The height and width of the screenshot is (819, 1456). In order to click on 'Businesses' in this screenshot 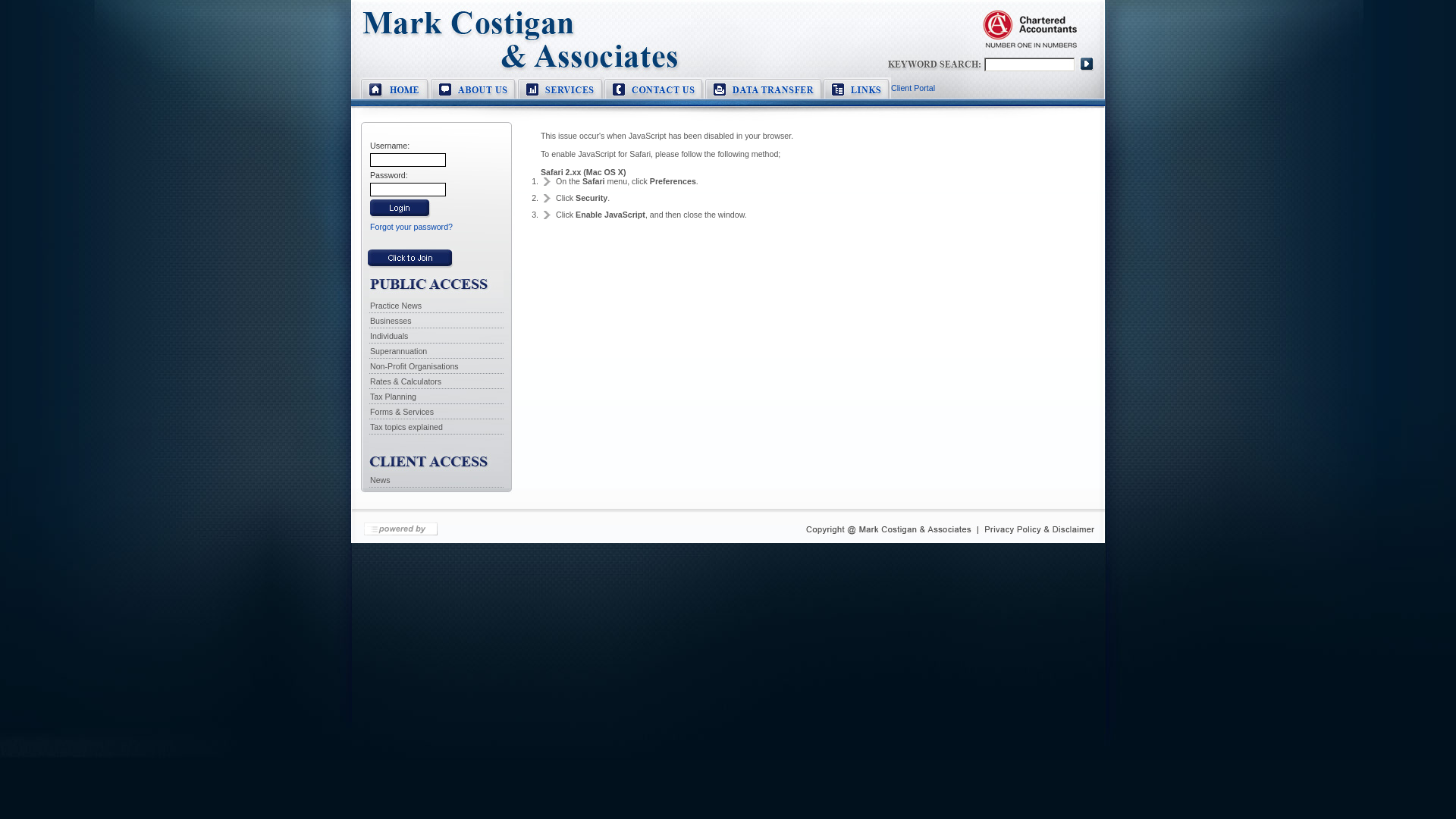, I will do `click(391, 320)`.